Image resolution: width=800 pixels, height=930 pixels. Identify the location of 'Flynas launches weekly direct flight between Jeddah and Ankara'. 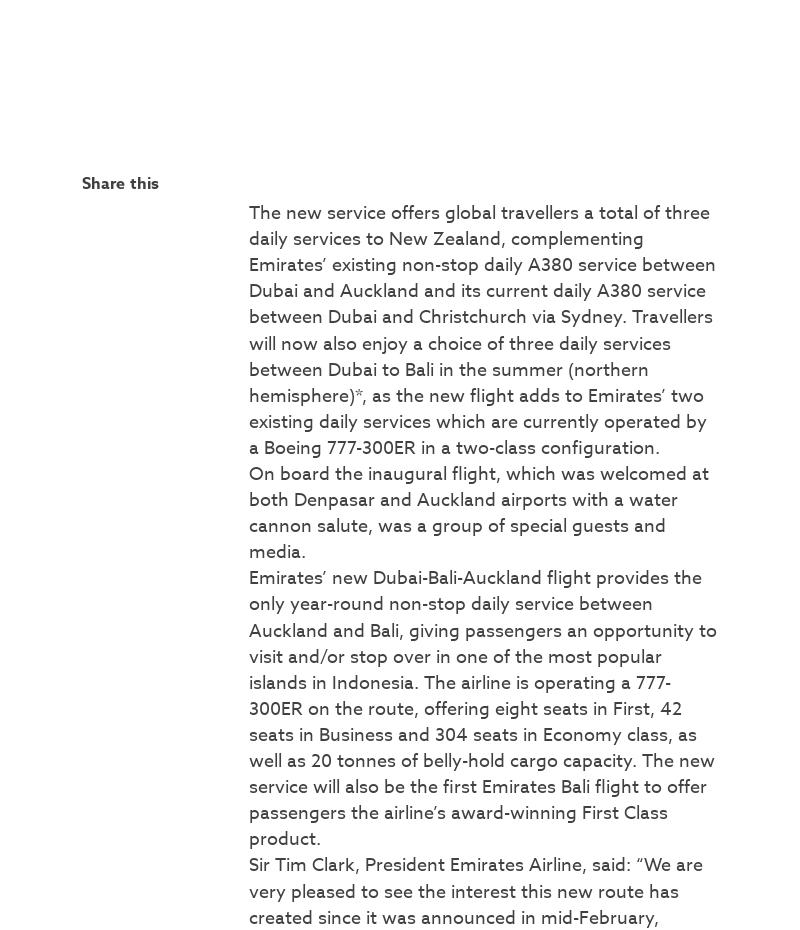
(588, 607).